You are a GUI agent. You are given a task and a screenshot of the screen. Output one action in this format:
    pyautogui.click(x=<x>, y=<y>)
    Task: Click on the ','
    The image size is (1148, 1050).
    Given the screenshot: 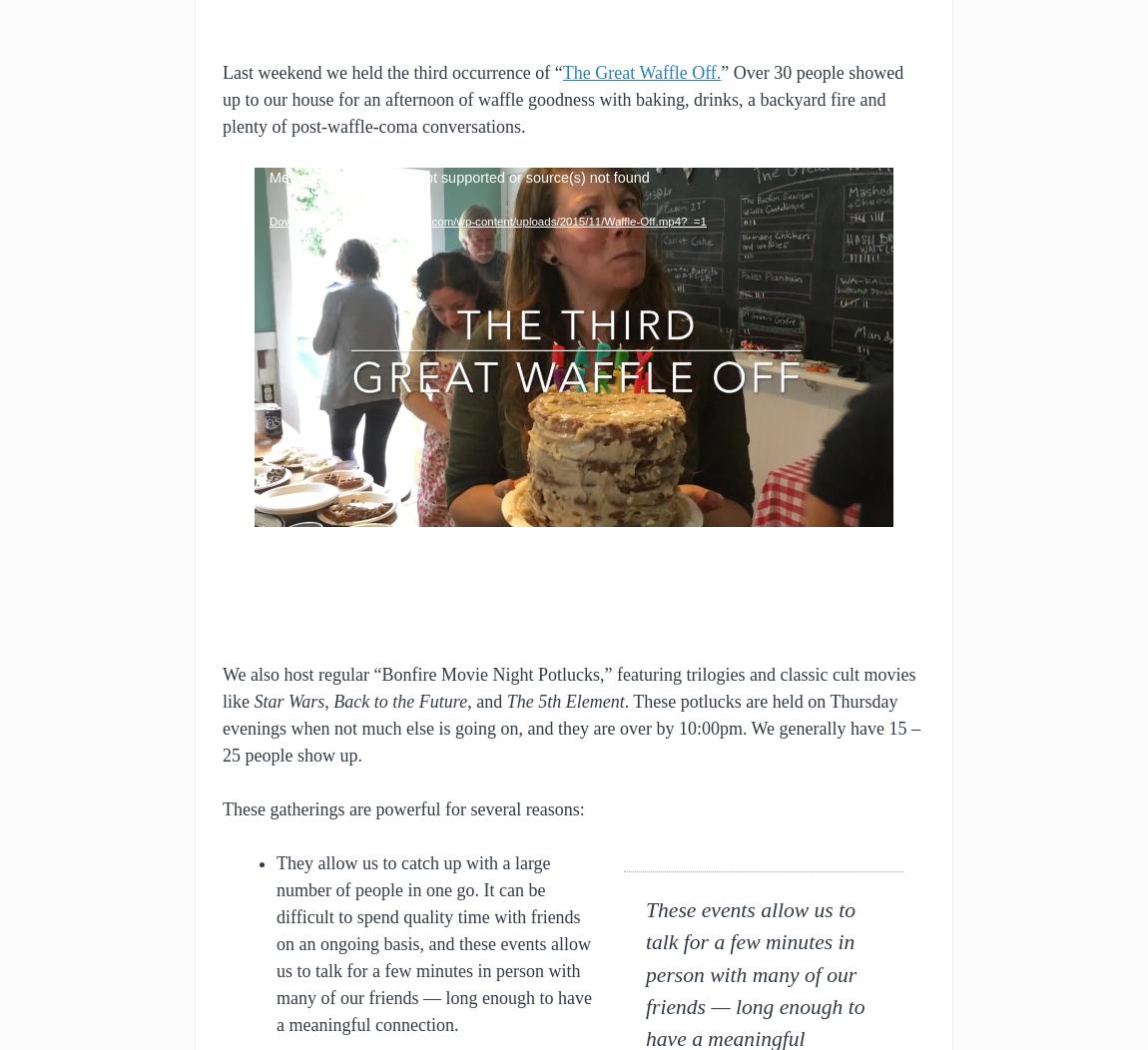 What is the action you would take?
    pyautogui.click(x=328, y=699)
    